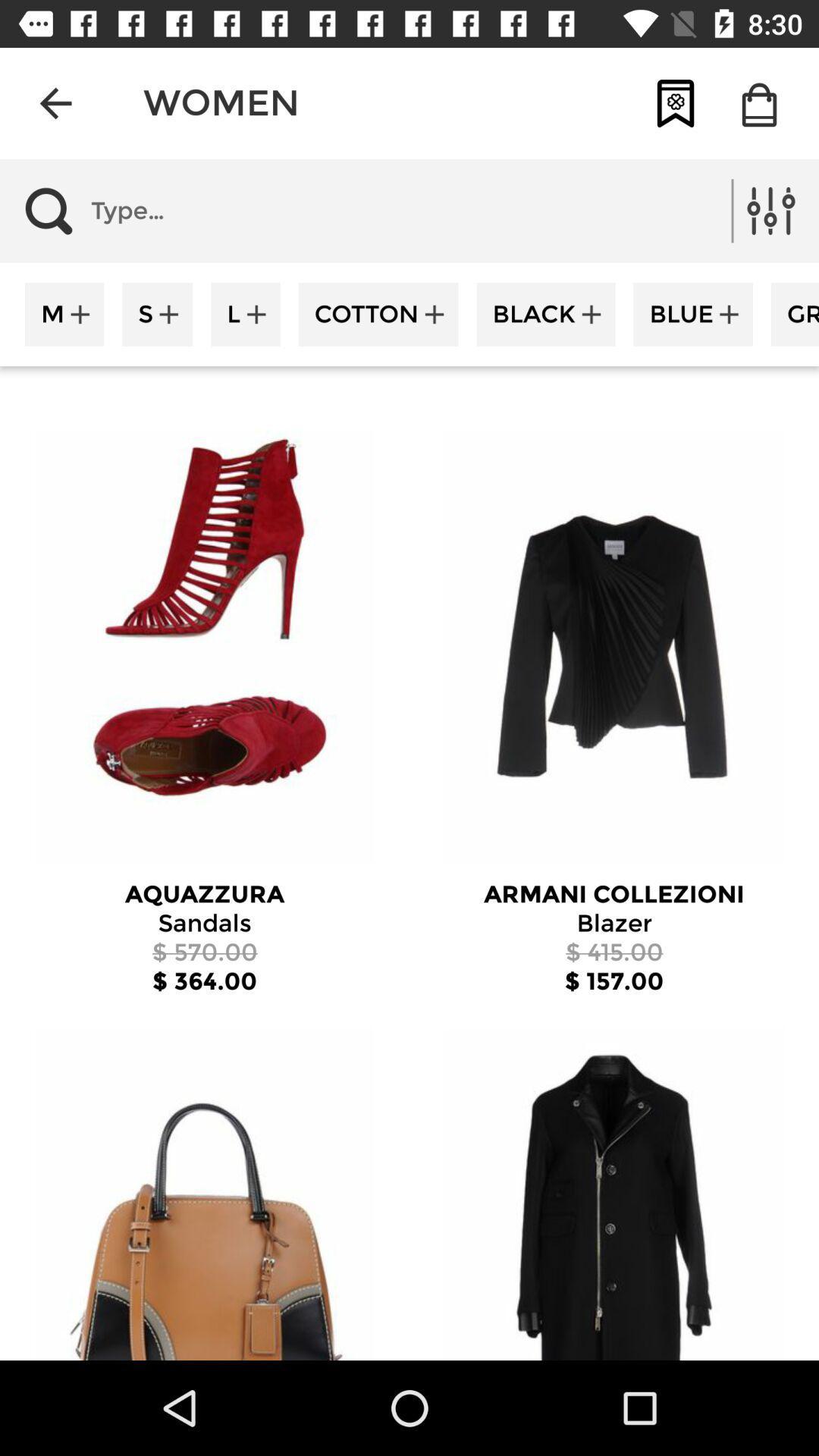 Image resolution: width=819 pixels, height=1456 pixels. I want to click on the icon next to black icon, so click(693, 313).